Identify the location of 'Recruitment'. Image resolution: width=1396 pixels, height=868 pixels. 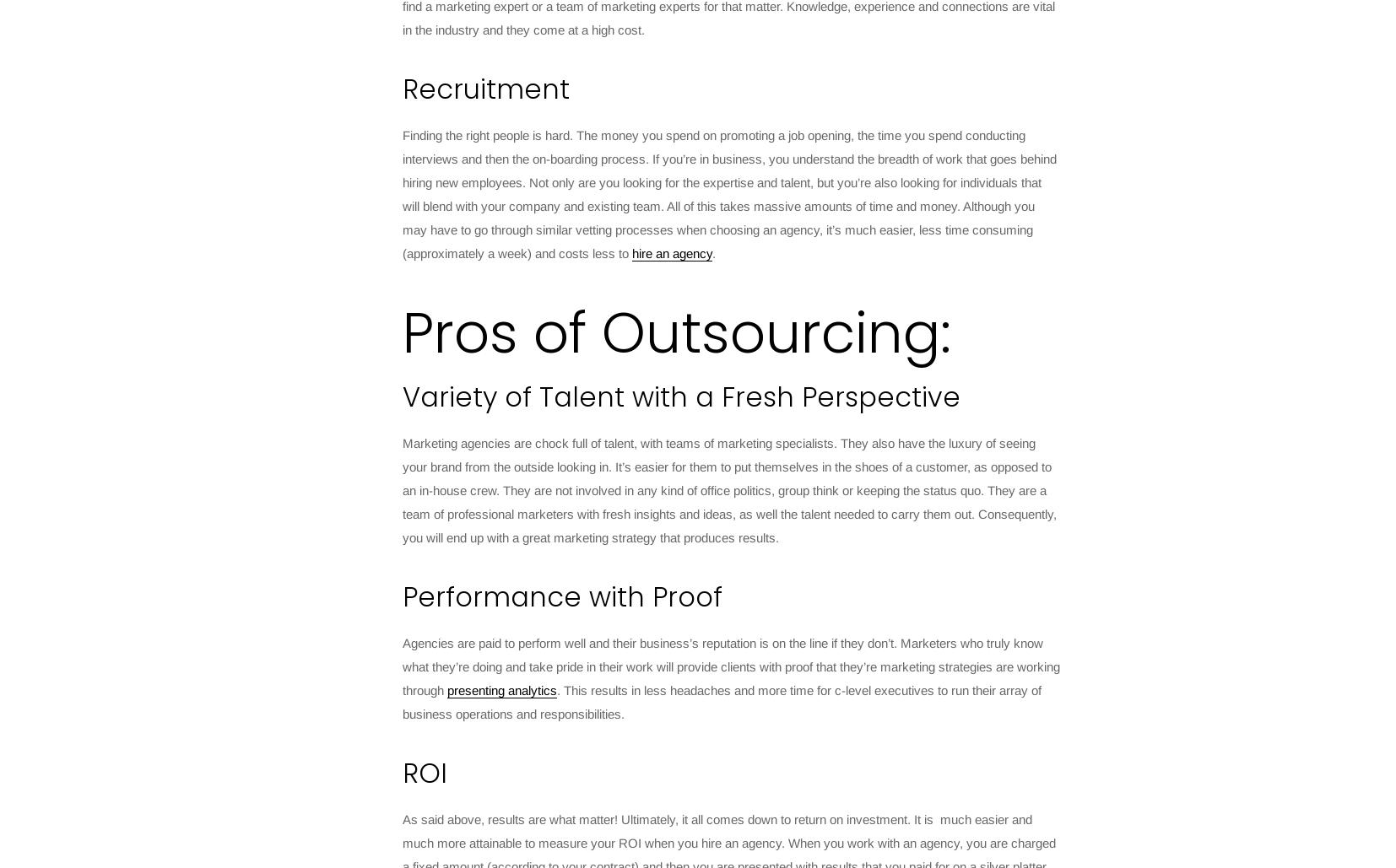
(485, 88).